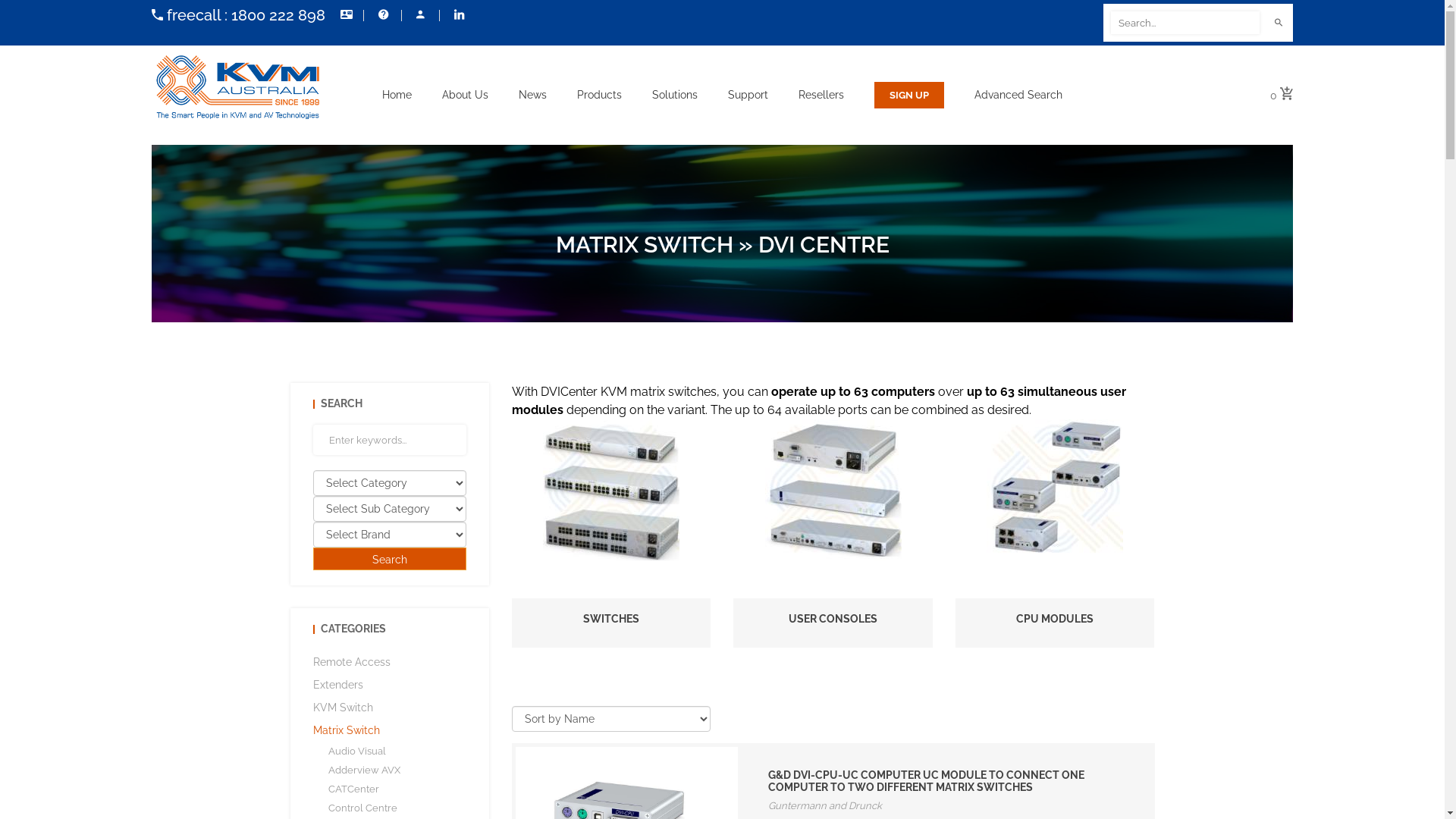 Image resolution: width=1456 pixels, height=819 pixels. Describe the element at coordinates (362, 770) in the screenshot. I see `'Adderview AVX'` at that location.